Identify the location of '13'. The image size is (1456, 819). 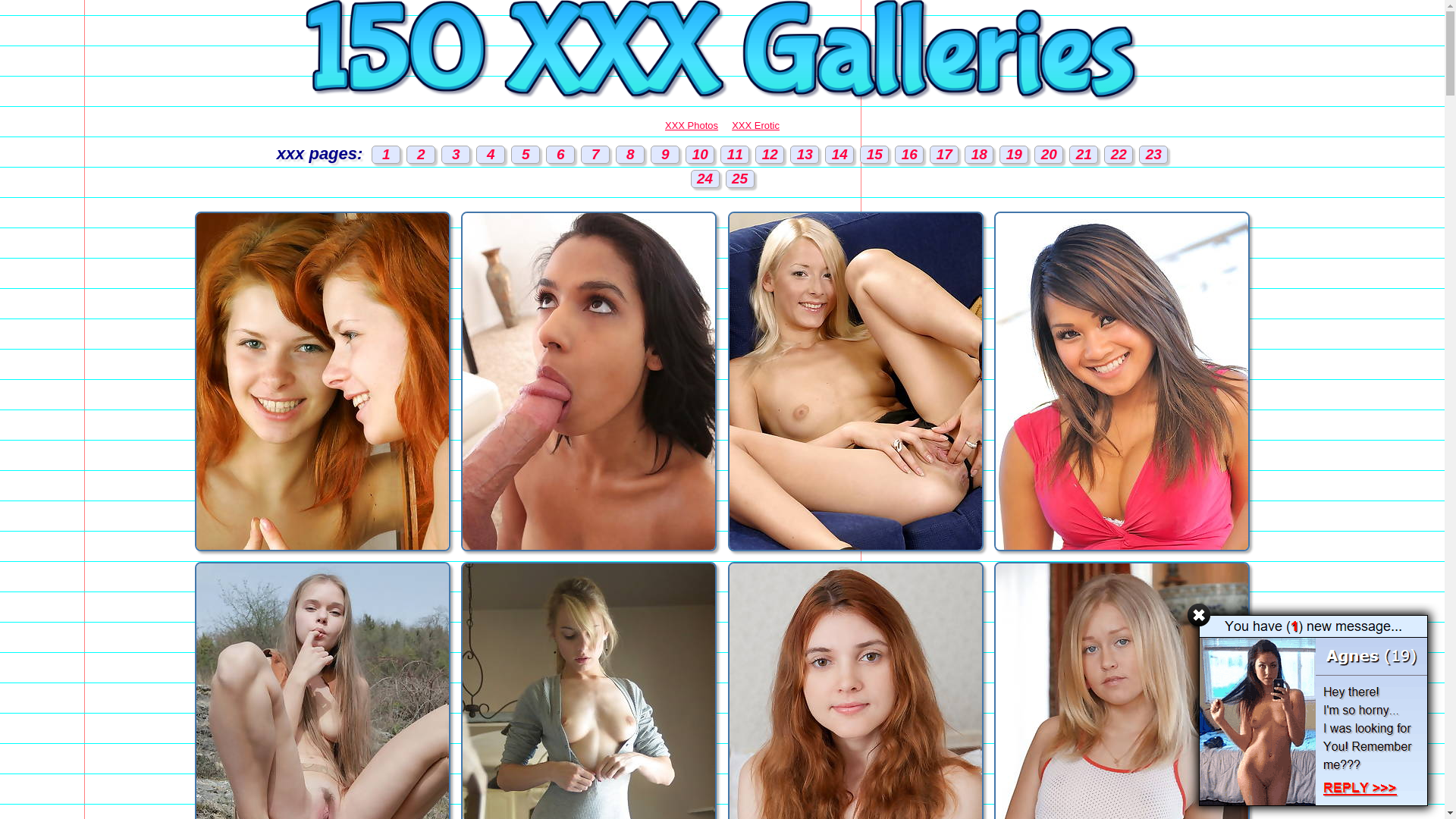
(803, 155).